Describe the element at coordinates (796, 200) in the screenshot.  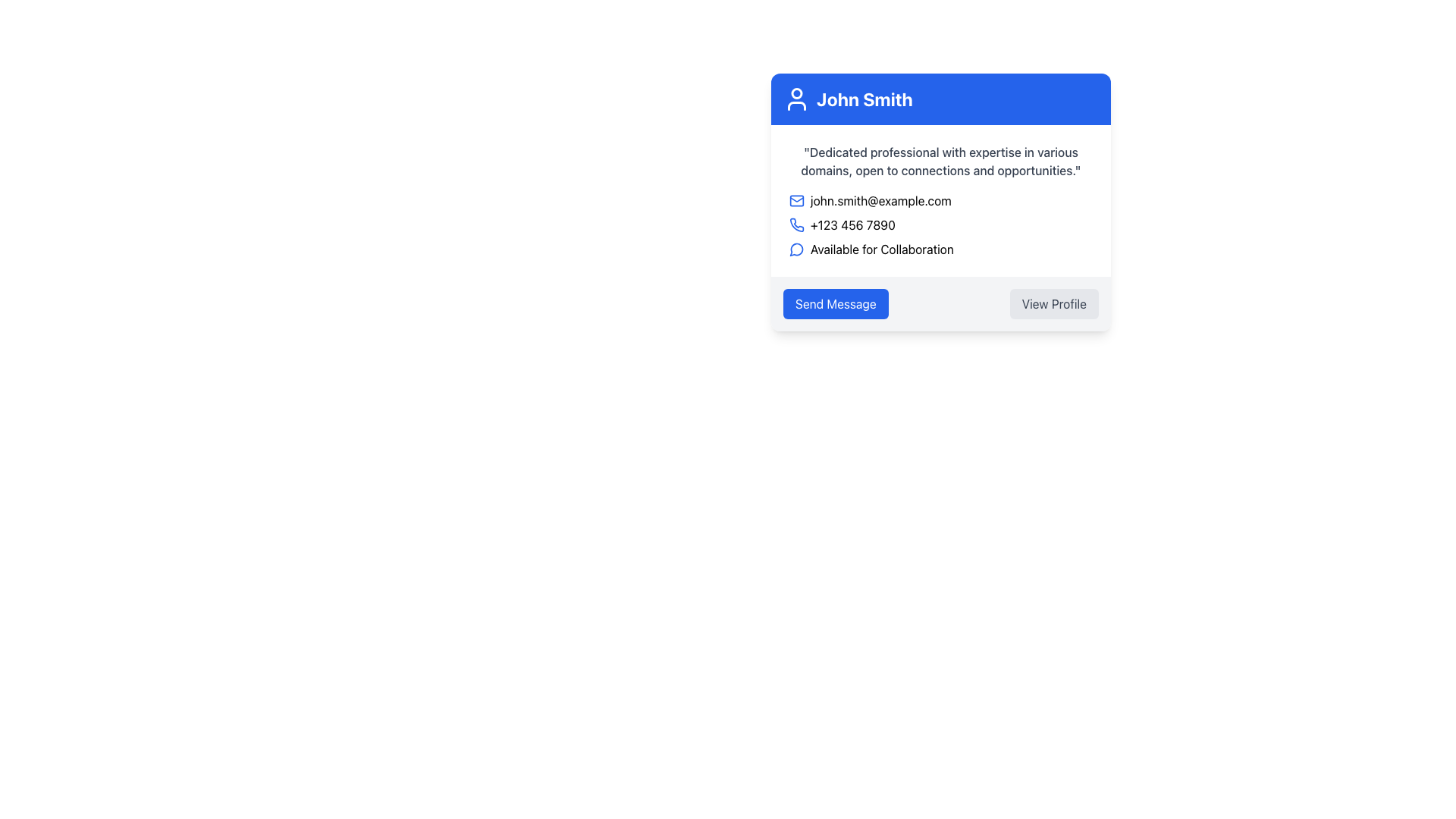
I see `the email address icon located to the left of 'john.smith@example.com' to visually indicate its purpose` at that location.